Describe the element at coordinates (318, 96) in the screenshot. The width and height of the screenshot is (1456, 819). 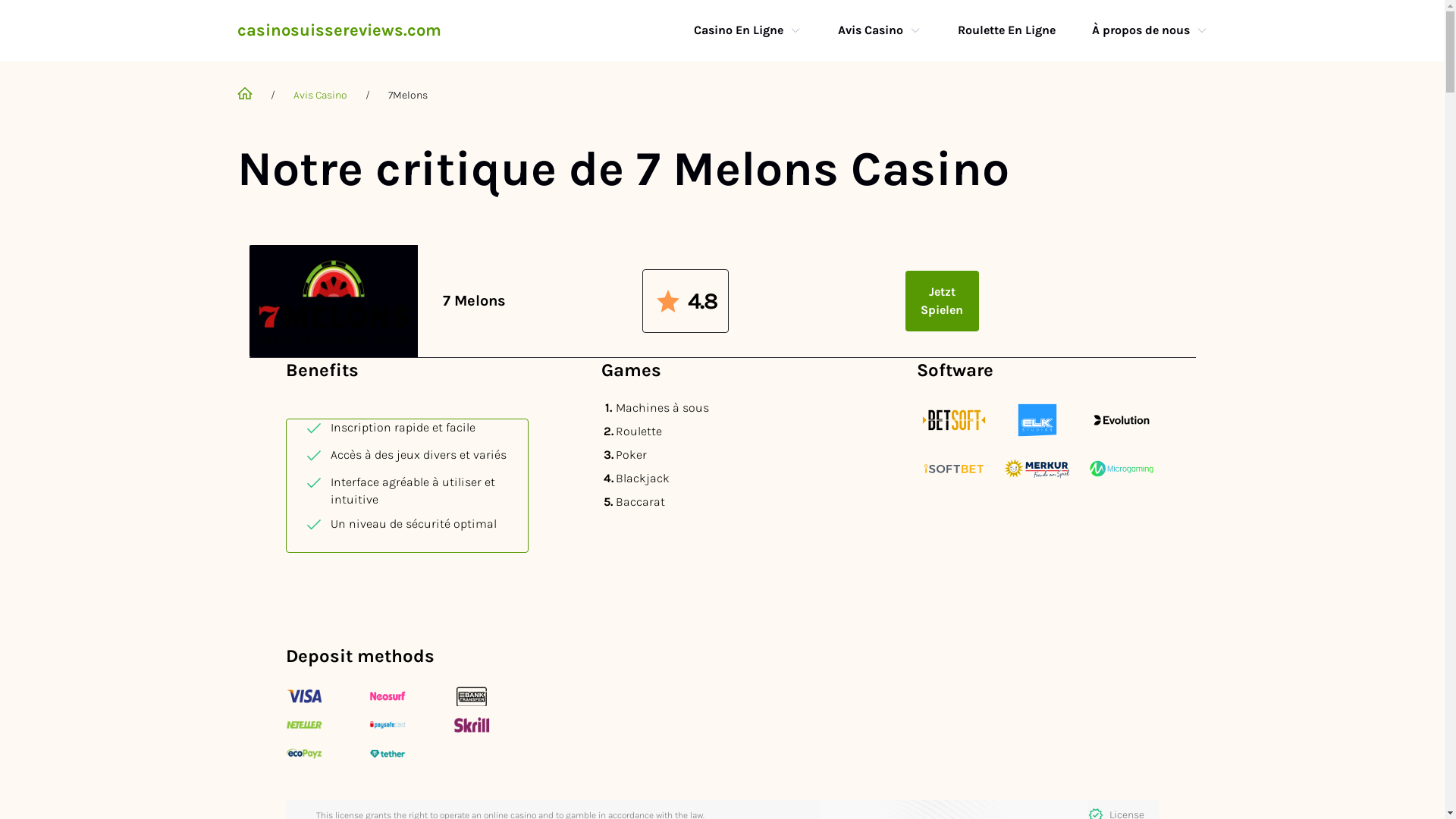
I see `'Avis Casino'` at that location.